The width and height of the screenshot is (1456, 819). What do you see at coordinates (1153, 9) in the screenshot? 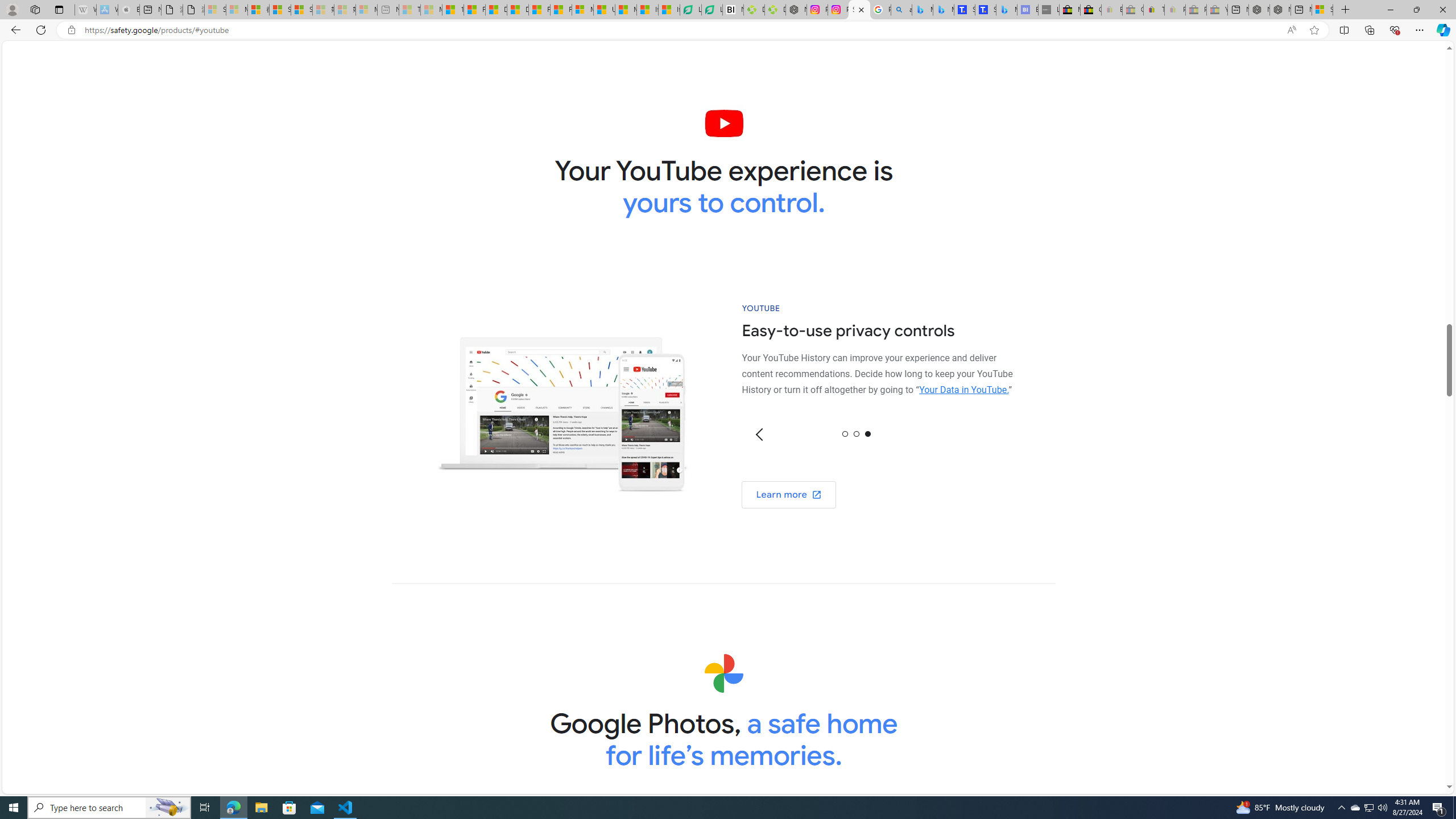
I see `'Threats and offensive language policy | eBay'` at bounding box center [1153, 9].